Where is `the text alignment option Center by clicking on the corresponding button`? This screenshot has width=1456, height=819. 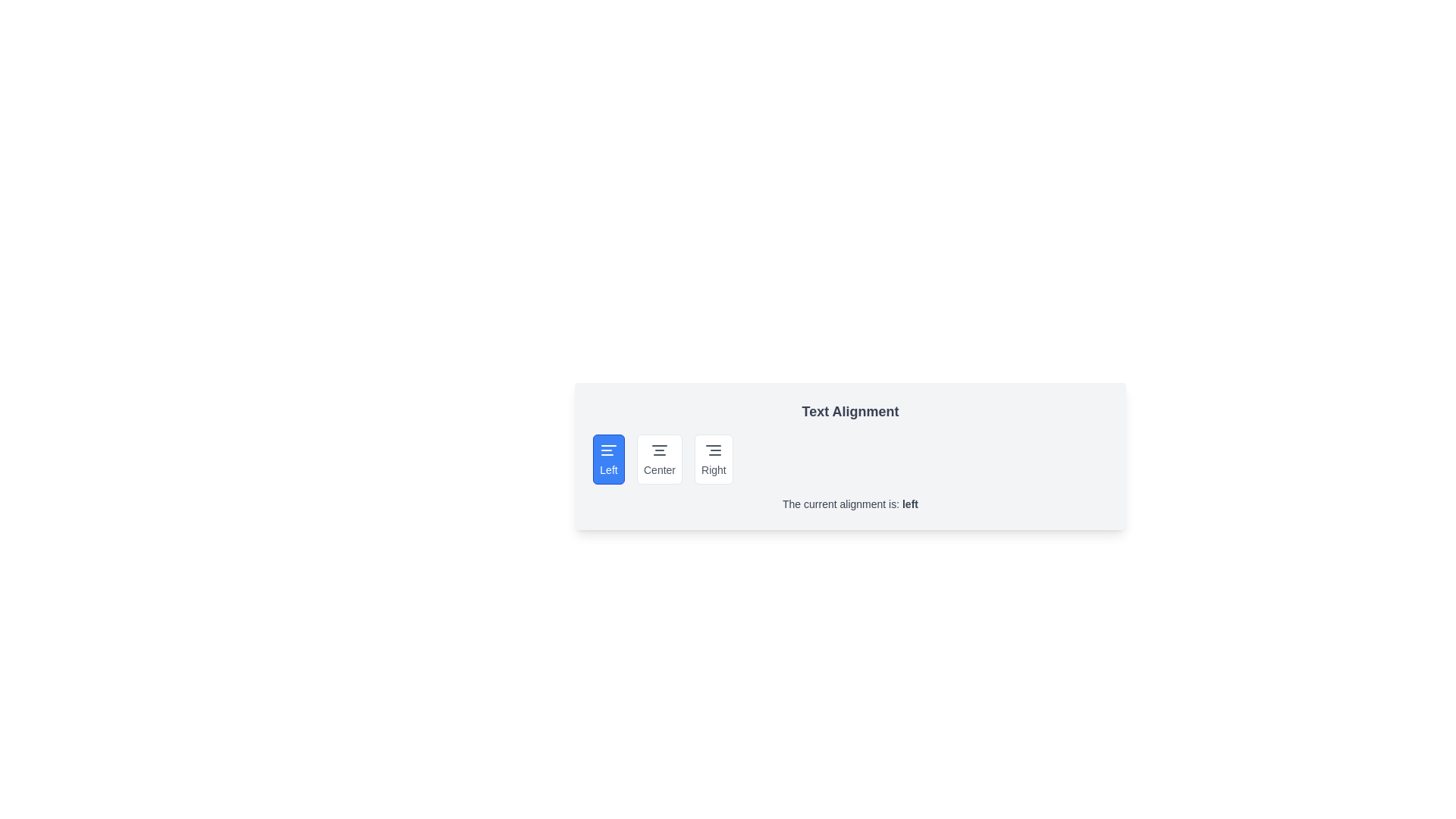 the text alignment option Center by clicking on the corresponding button is located at coordinates (659, 458).